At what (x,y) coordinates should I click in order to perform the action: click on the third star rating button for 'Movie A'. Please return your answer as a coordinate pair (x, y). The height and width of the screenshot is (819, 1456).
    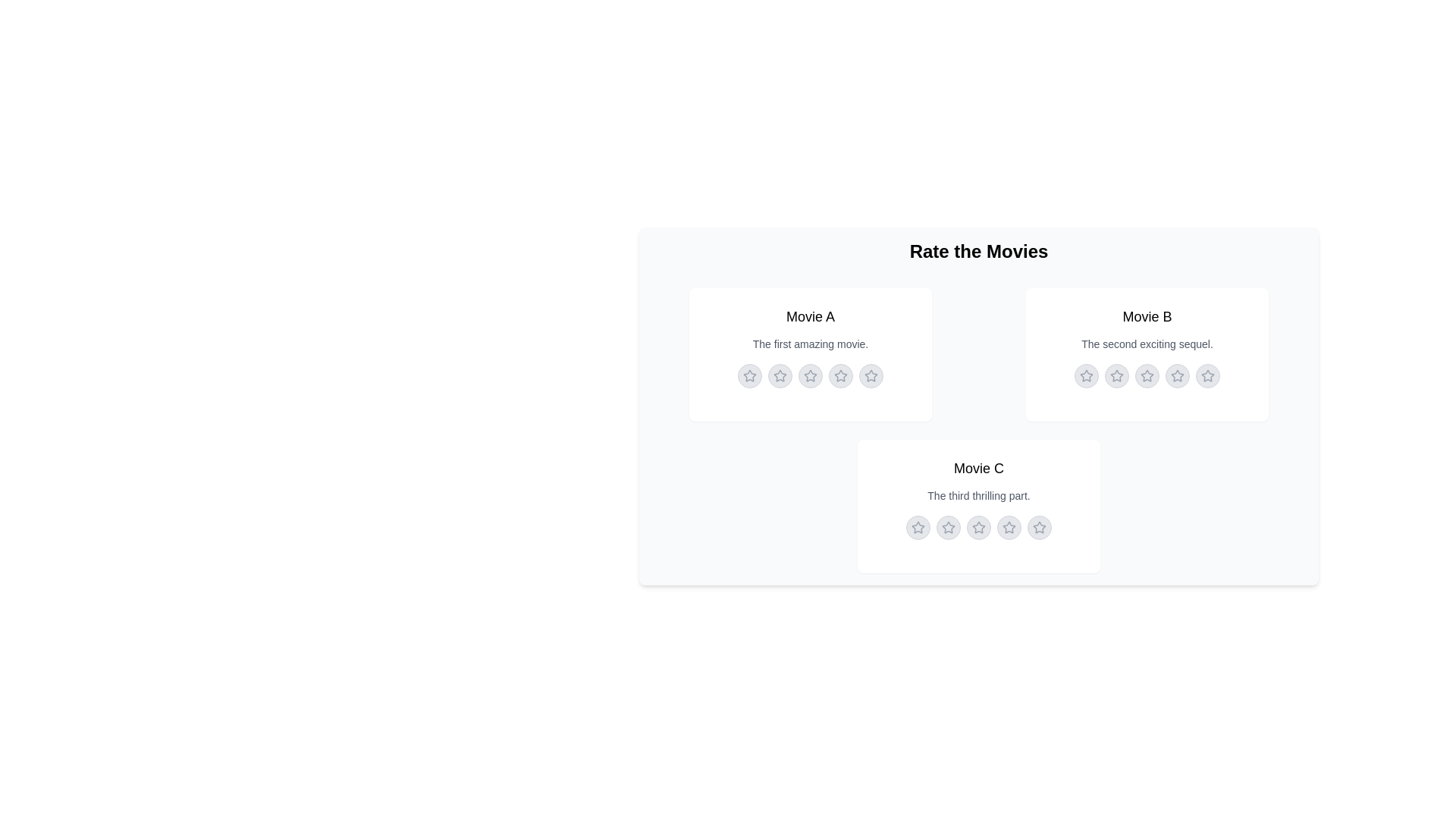
    Looking at the image, I should click on (810, 375).